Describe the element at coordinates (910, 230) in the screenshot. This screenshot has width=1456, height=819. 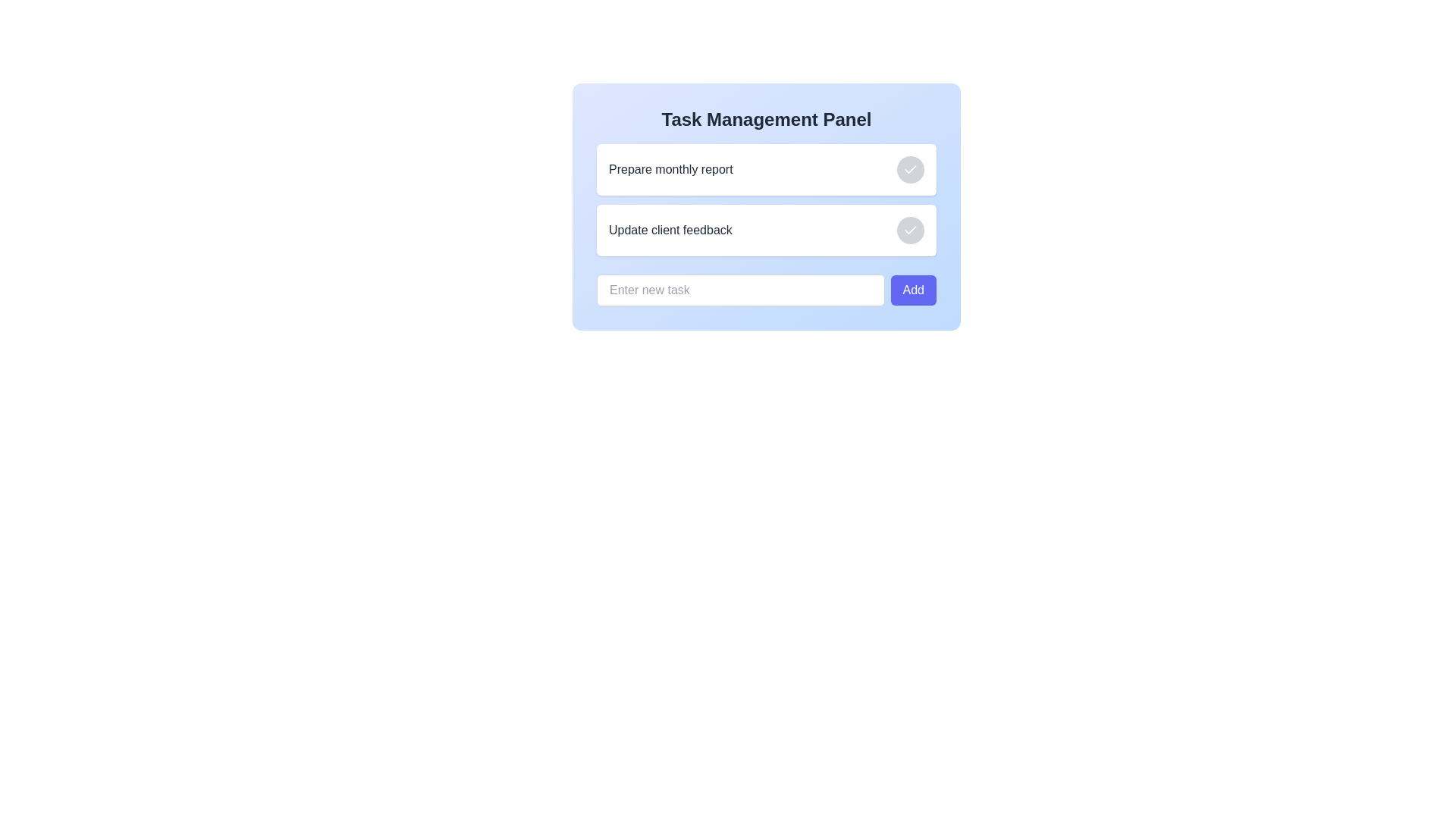
I see `the appearance of the completion icon for the task 'Prepare monthly report', which is located at the right end of the first task line in the vertical list of tasks` at that location.